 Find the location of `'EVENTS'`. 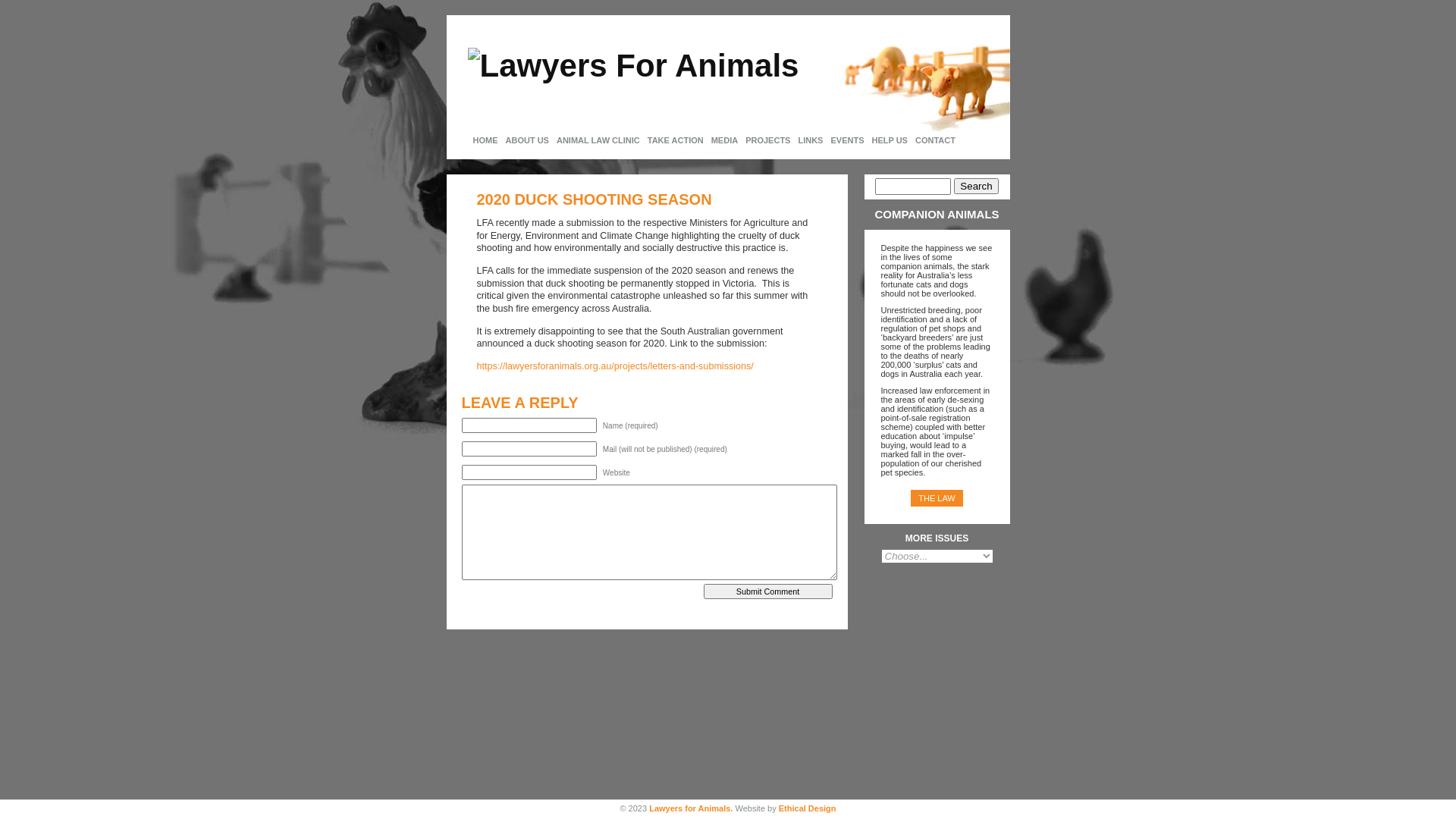

'EVENTS' is located at coordinates (825, 140).